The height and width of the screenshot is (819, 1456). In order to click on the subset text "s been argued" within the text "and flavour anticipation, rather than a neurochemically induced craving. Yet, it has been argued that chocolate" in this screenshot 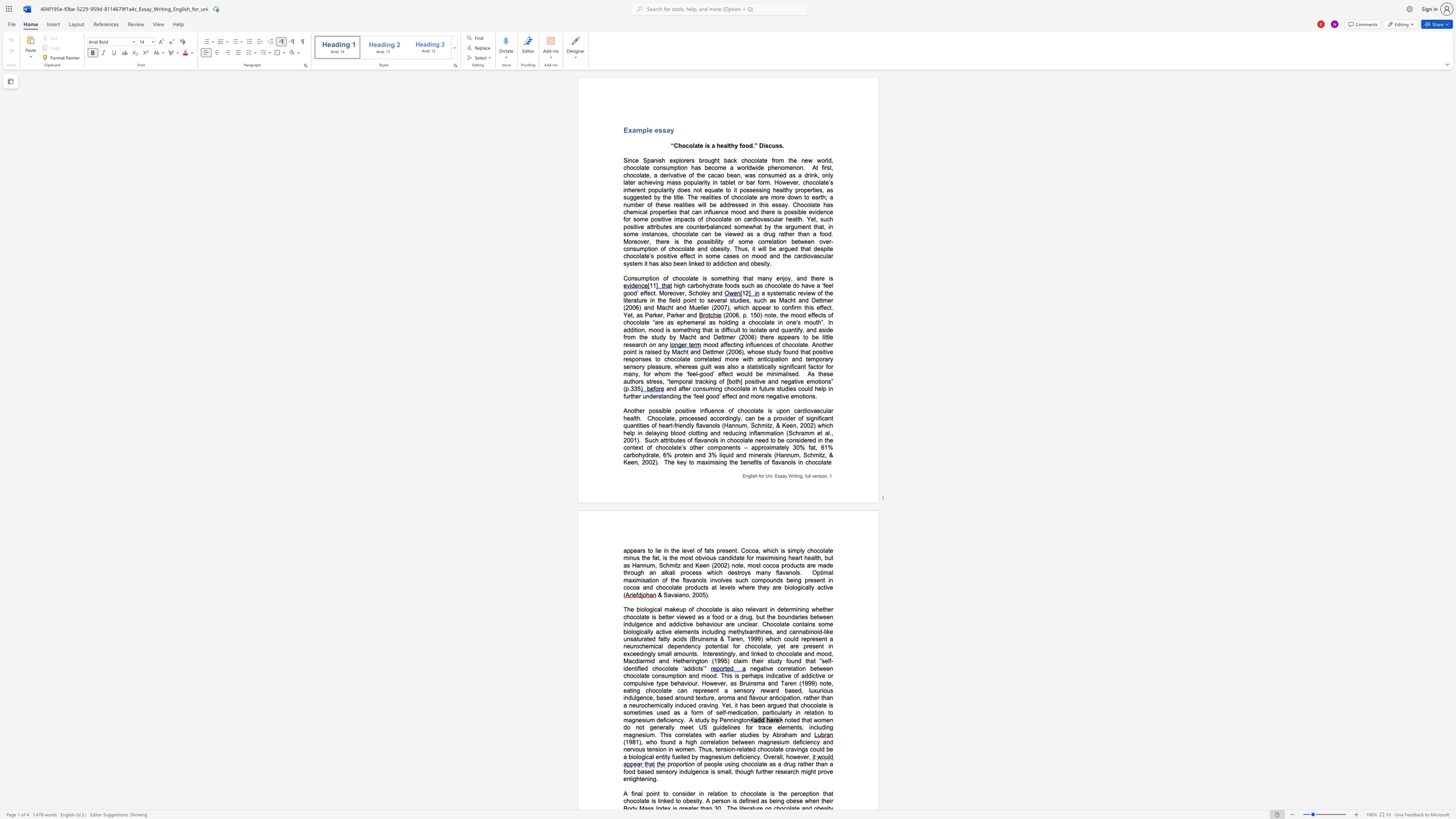, I will do `click(746, 705)`.